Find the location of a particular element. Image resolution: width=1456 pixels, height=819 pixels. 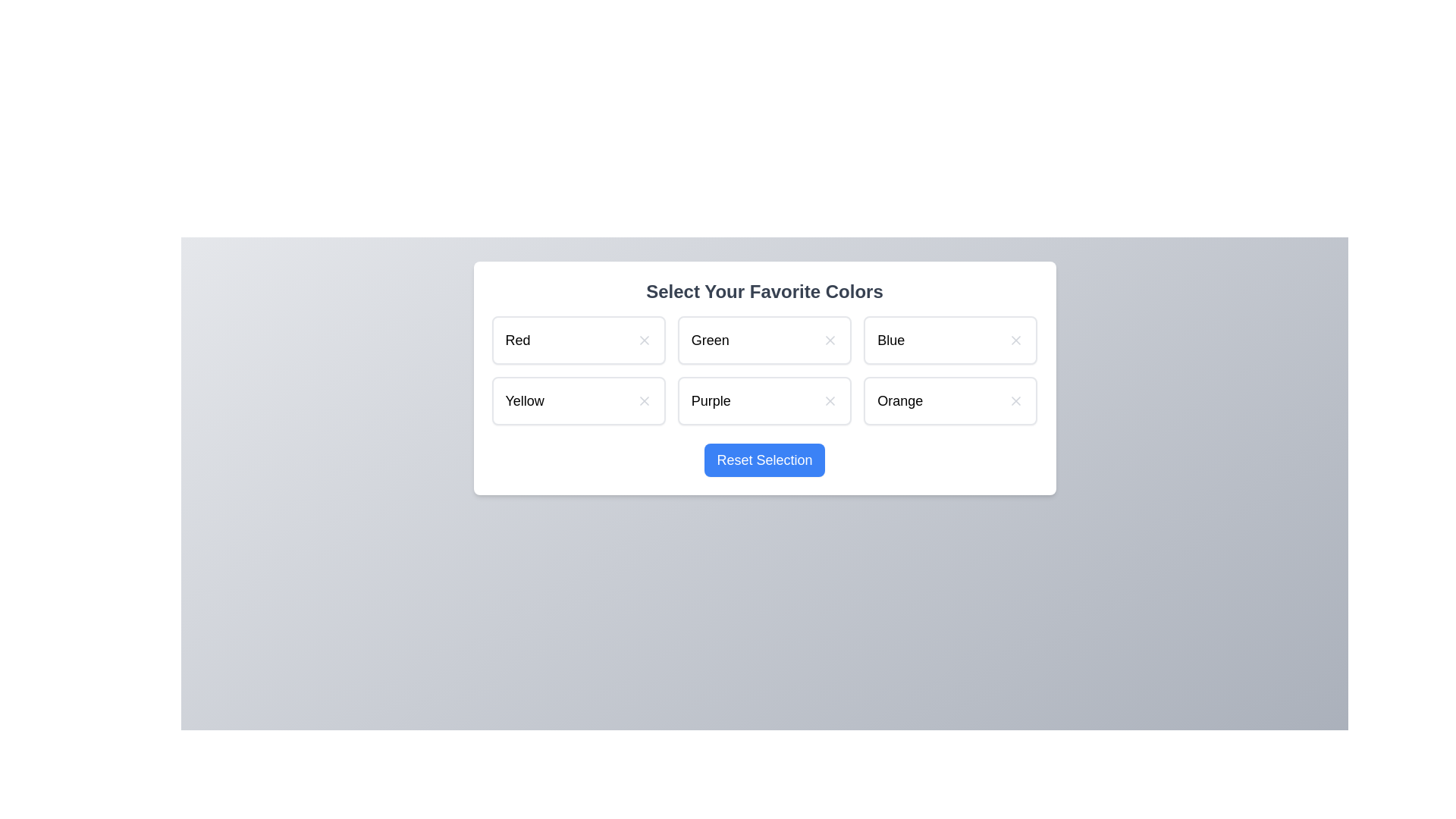

the color Red is located at coordinates (578, 339).